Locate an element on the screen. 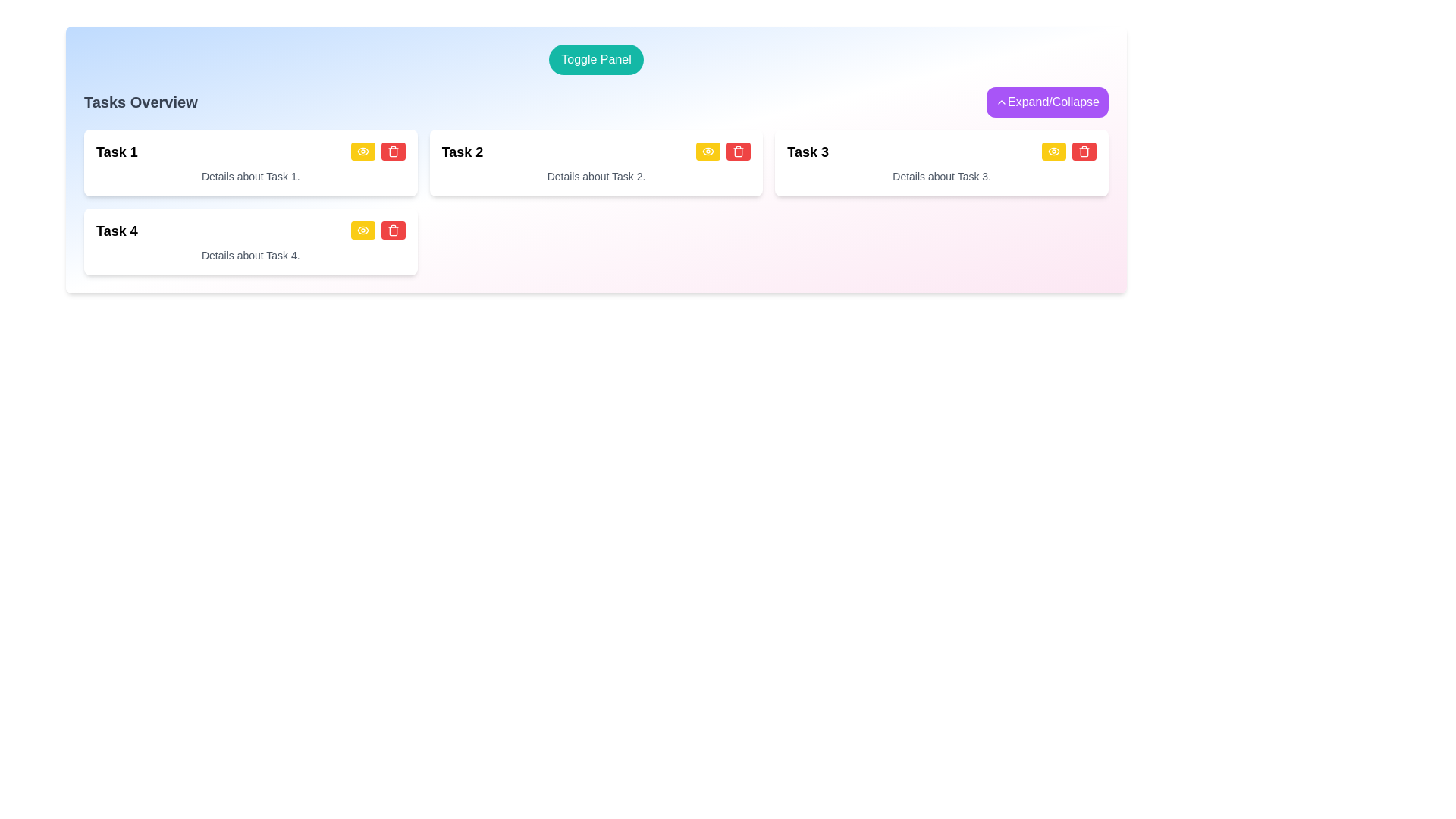 This screenshot has height=819, width=1456. the red delete button with a trash bin icon located at the top-right region of the 'Task 2' card is located at coordinates (739, 151).